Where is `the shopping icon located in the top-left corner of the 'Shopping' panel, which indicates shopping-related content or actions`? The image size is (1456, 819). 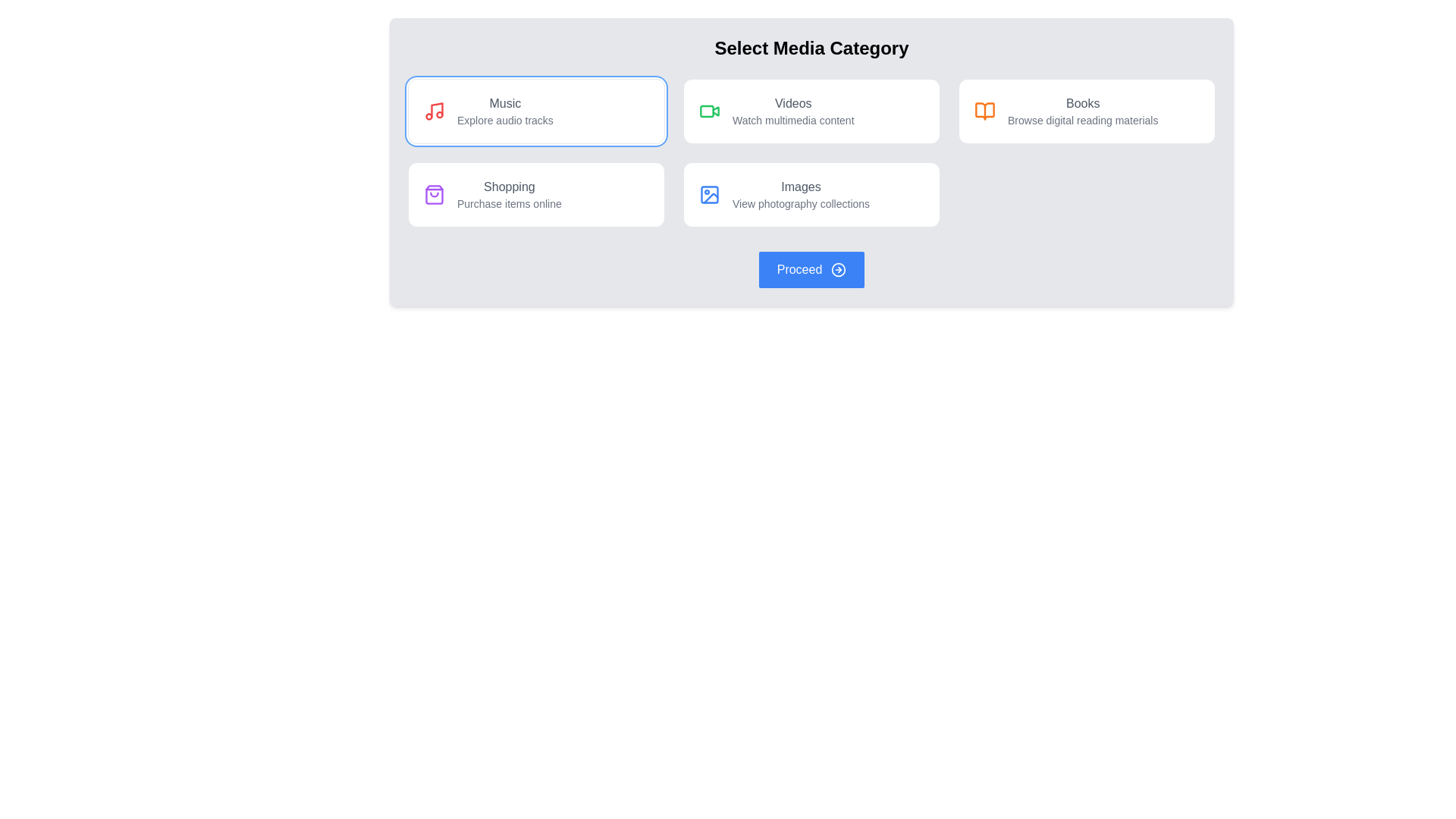 the shopping icon located in the top-left corner of the 'Shopping' panel, which indicates shopping-related content or actions is located at coordinates (433, 194).